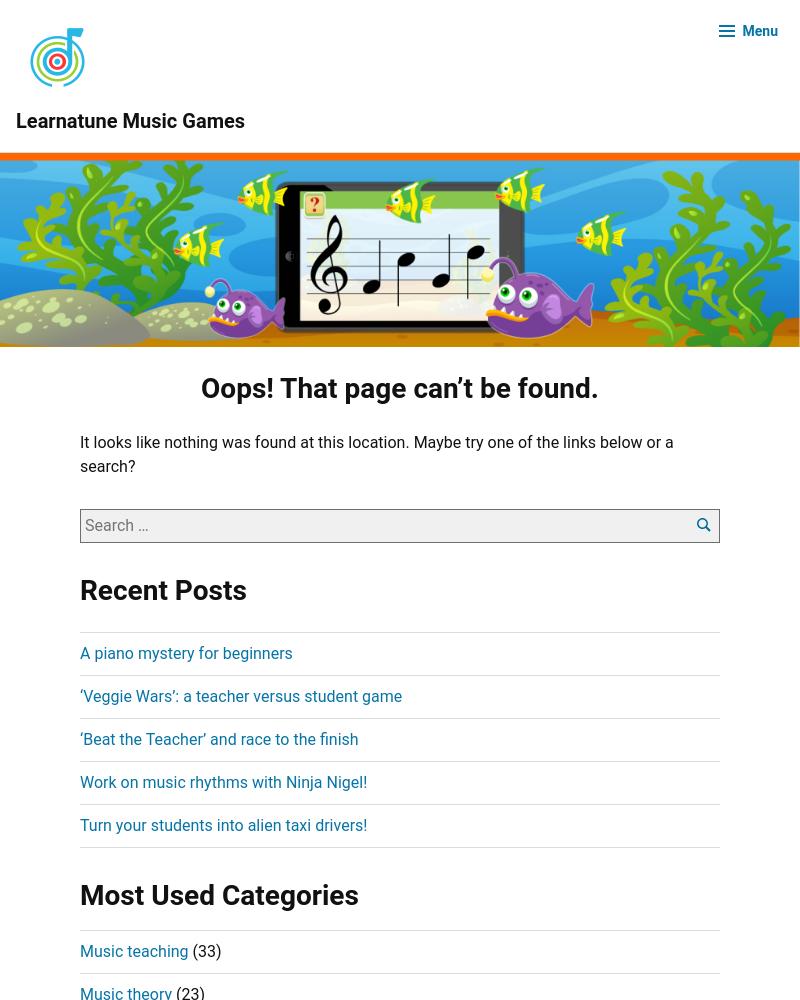 Image resolution: width=800 pixels, height=1000 pixels. What do you see at coordinates (239, 695) in the screenshot?
I see `'‘Veggie Wars’: a teacher versus student game'` at bounding box center [239, 695].